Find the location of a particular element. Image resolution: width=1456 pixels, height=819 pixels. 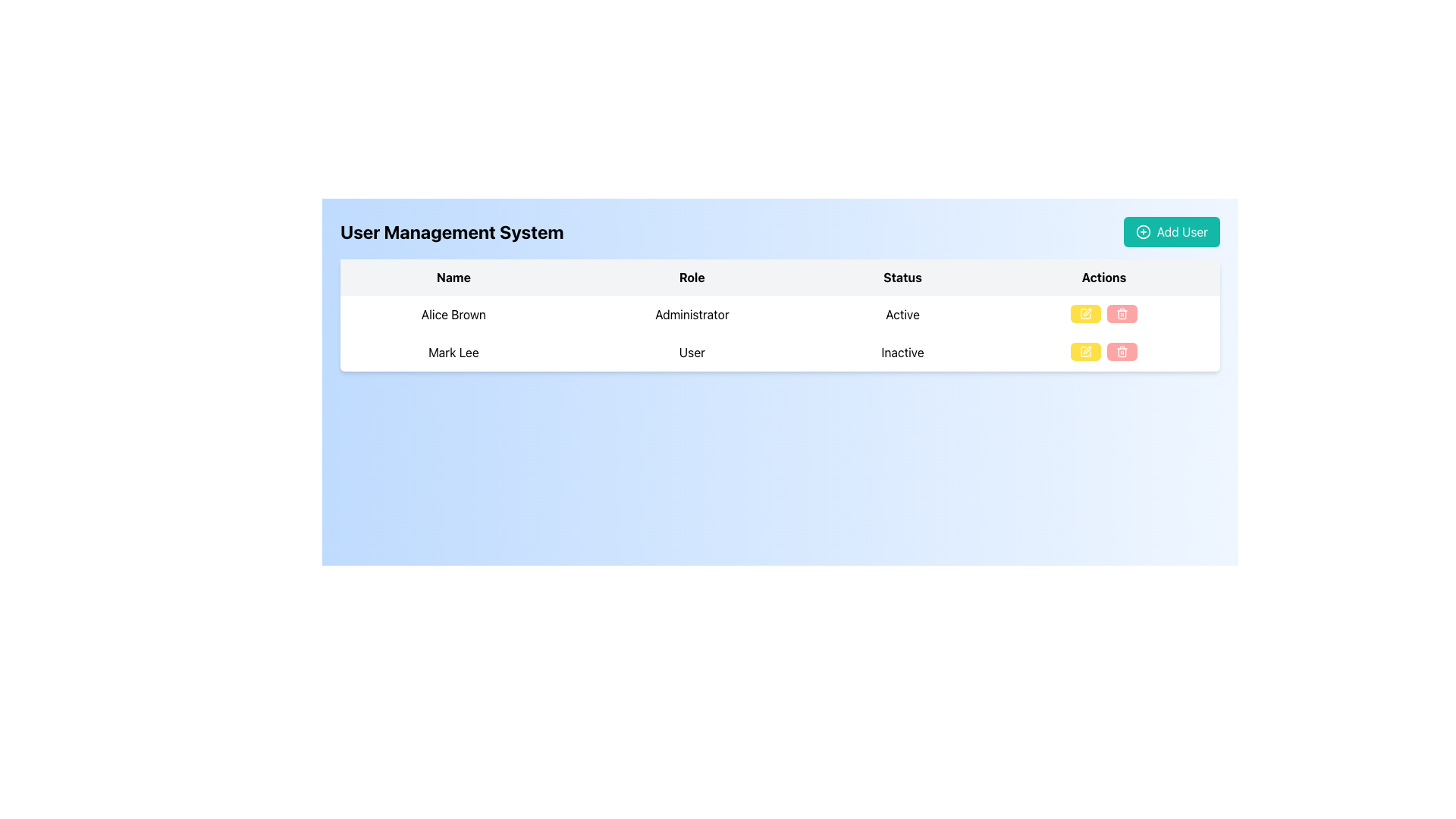

the red delete button with a trash can icon located in the 'Actions' column, adjacent to the yellow button, in the row of 'Alice Brown' is located at coordinates (1122, 312).